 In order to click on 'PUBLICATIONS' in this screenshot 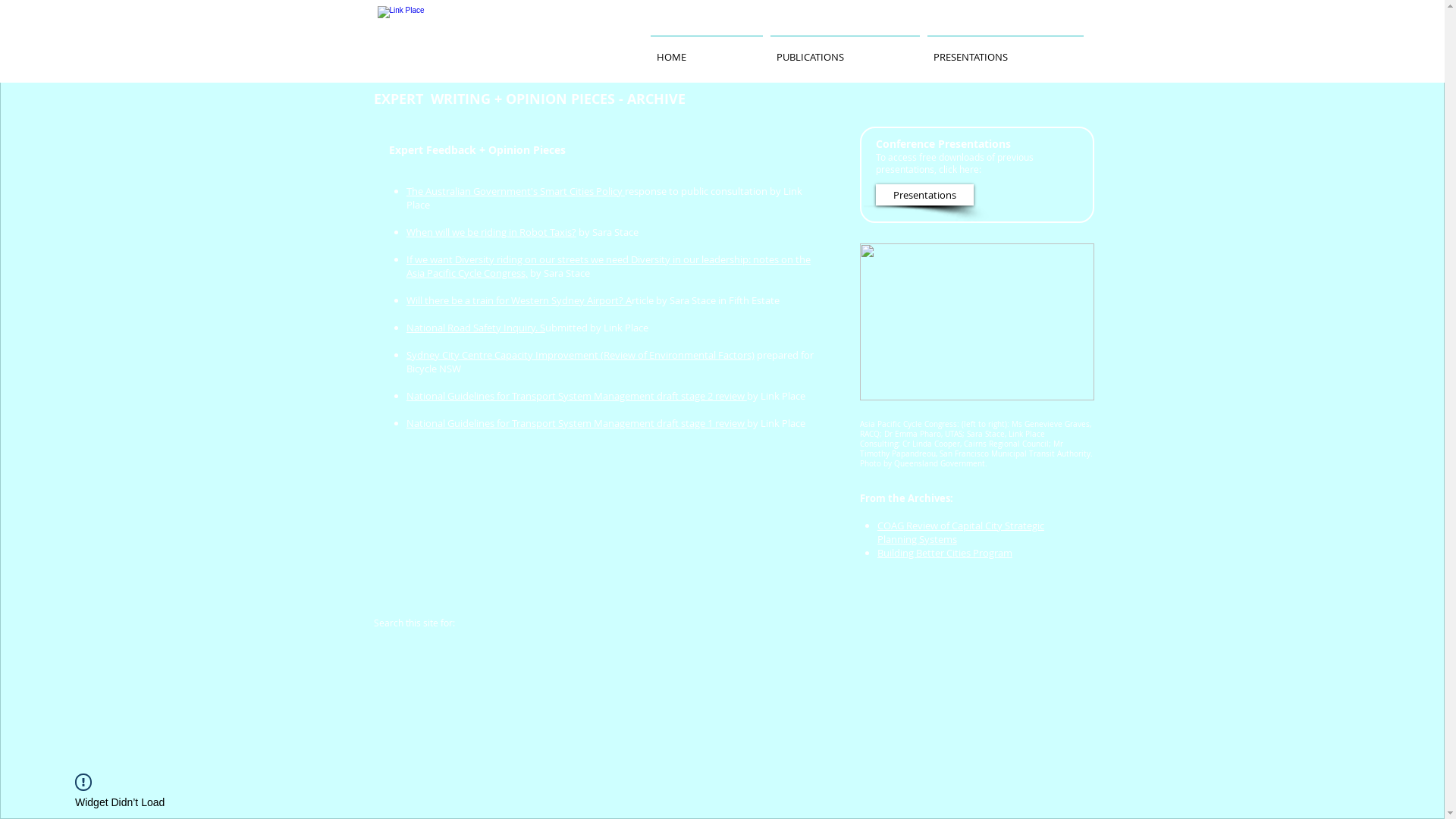, I will do `click(765, 49)`.